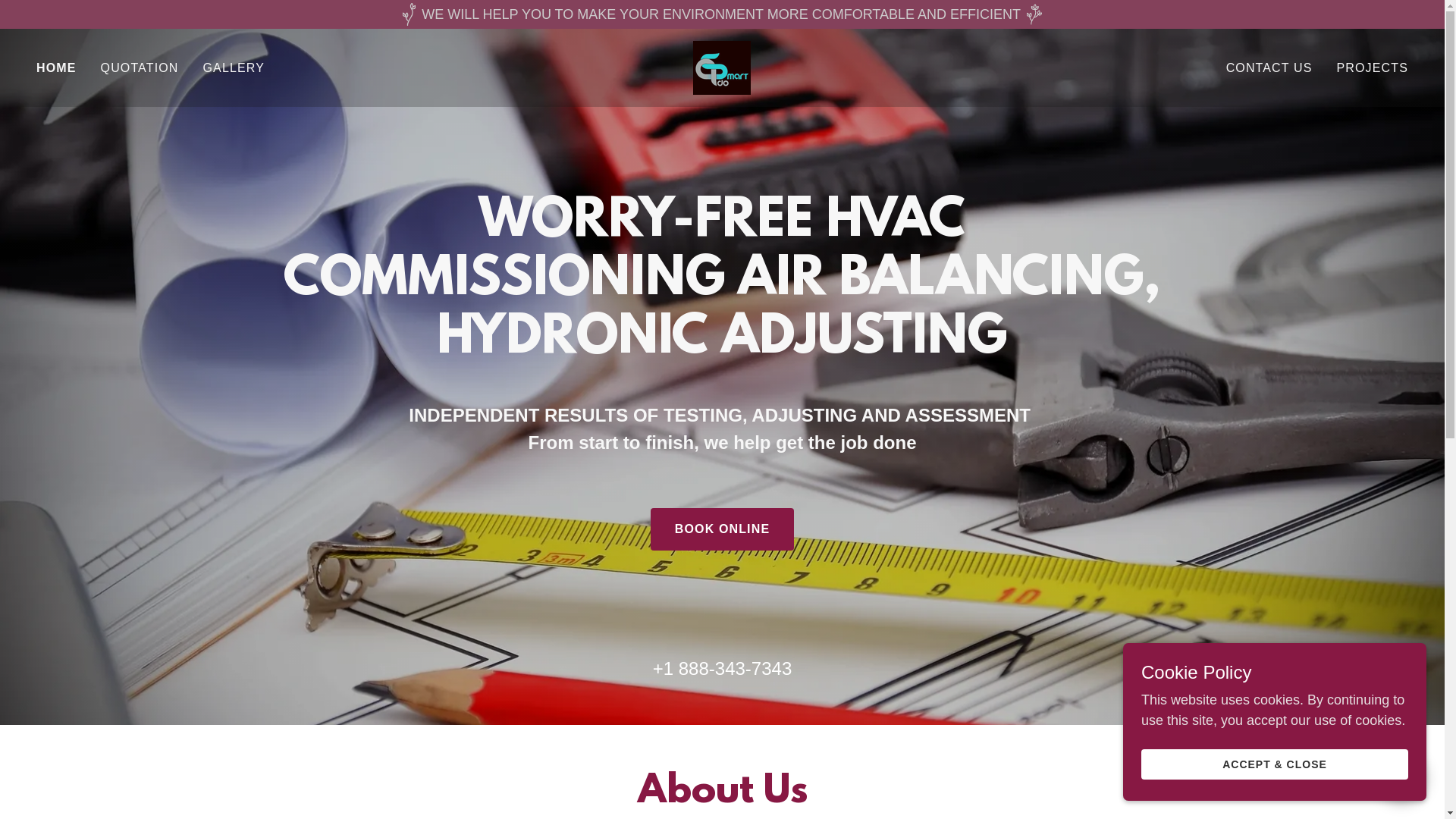 This screenshot has height=819, width=1456. Describe the element at coordinates (95, 67) in the screenshot. I see `'QUOTATION'` at that location.